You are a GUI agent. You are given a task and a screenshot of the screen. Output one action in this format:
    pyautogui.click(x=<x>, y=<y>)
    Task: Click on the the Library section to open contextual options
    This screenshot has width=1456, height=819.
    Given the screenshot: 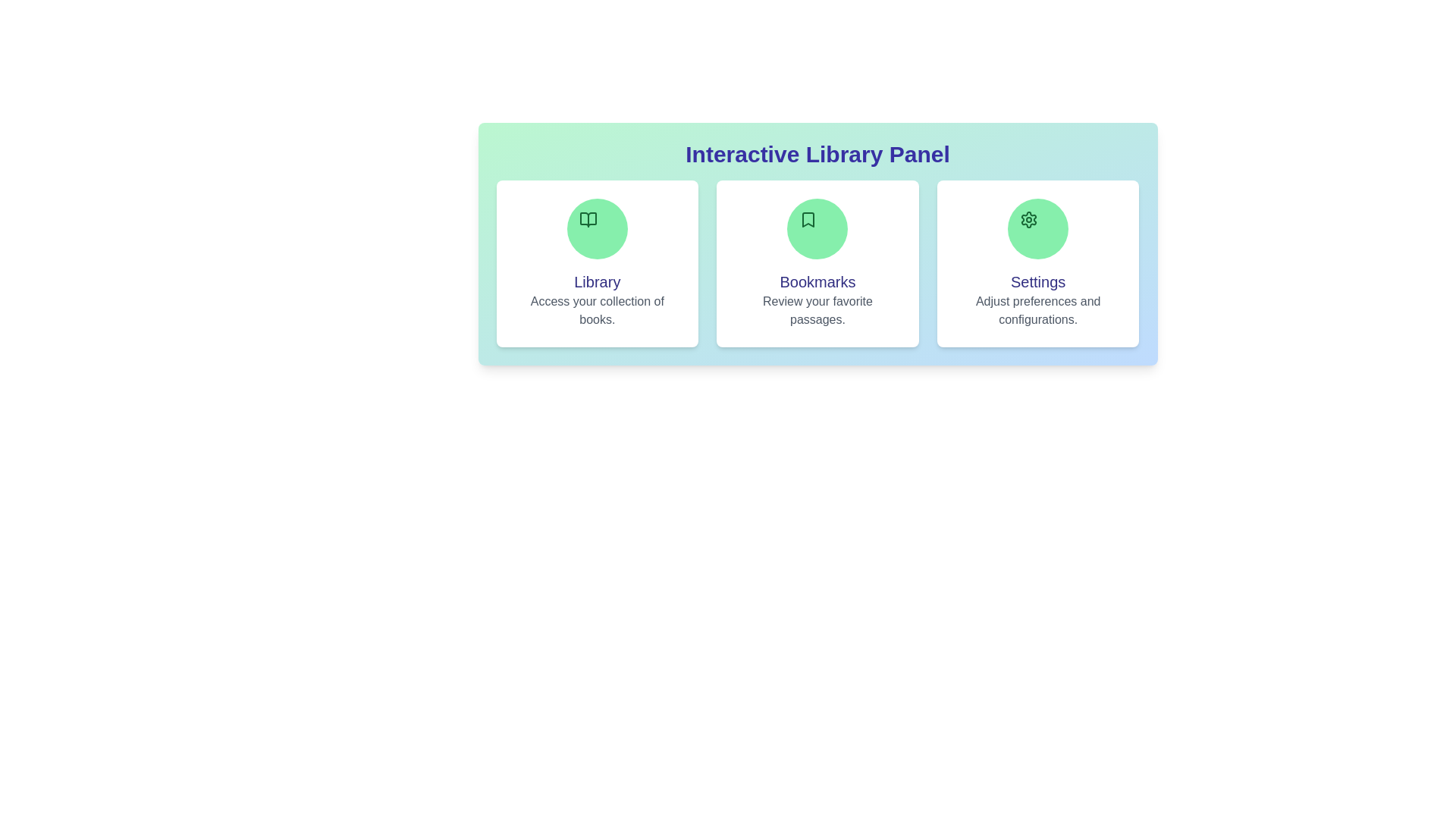 What is the action you would take?
    pyautogui.click(x=596, y=262)
    